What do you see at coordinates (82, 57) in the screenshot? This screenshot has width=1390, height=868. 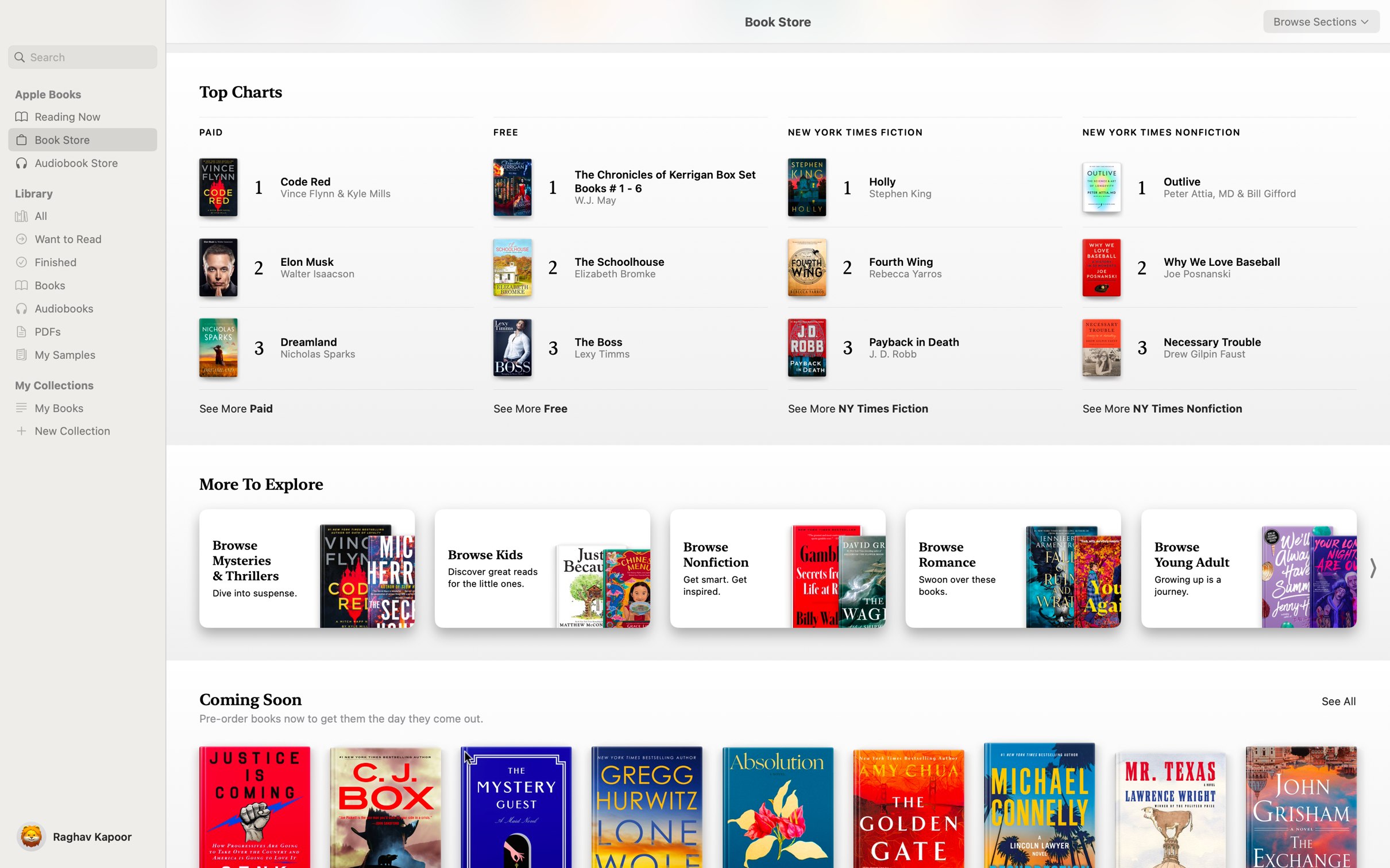 I see `and select the book "Rich dad poor dad" through the search tool` at bounding box center [82, 57].